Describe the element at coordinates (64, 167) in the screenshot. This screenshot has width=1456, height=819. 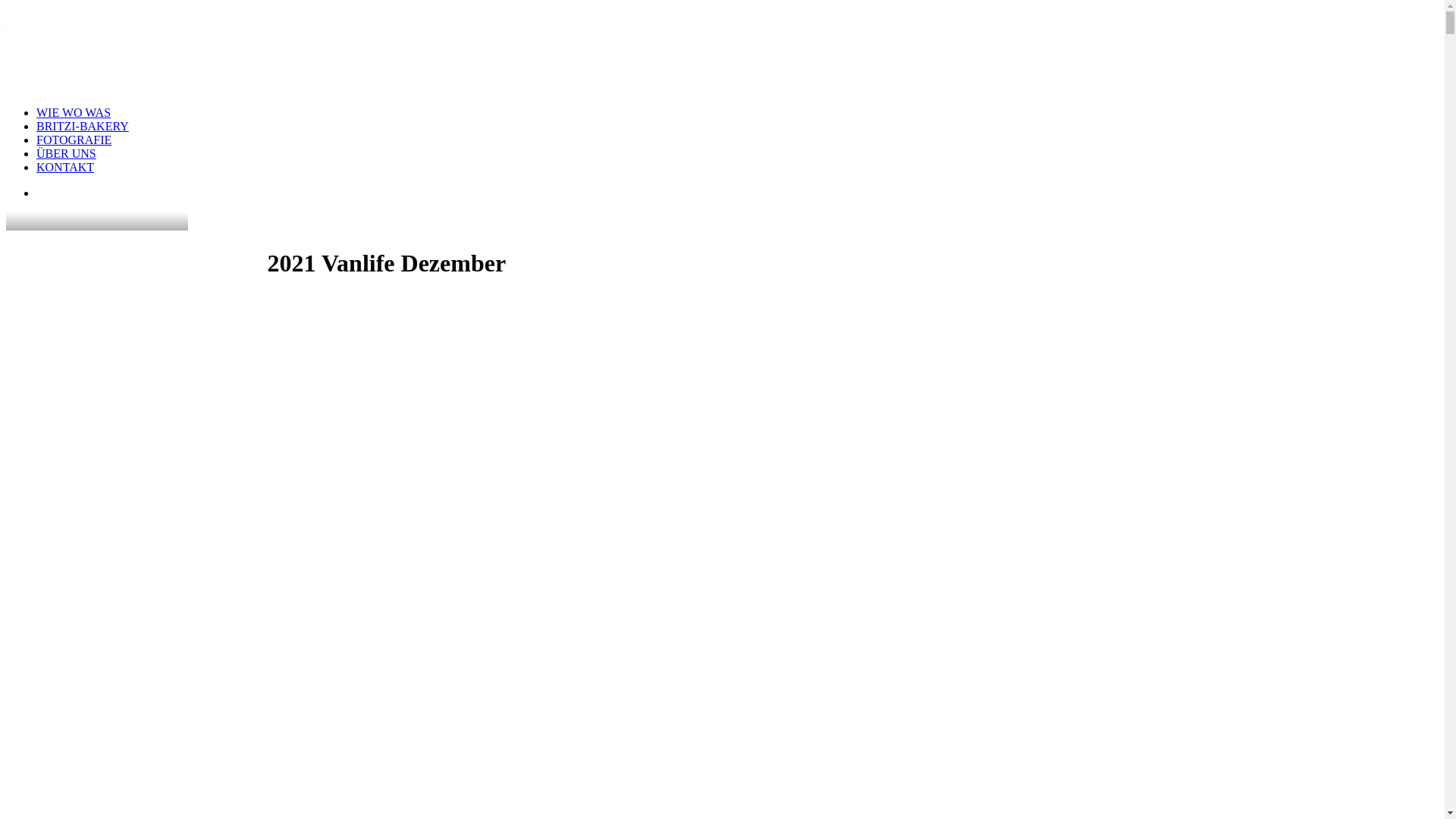
I see `'KONTAKT'` at that location.